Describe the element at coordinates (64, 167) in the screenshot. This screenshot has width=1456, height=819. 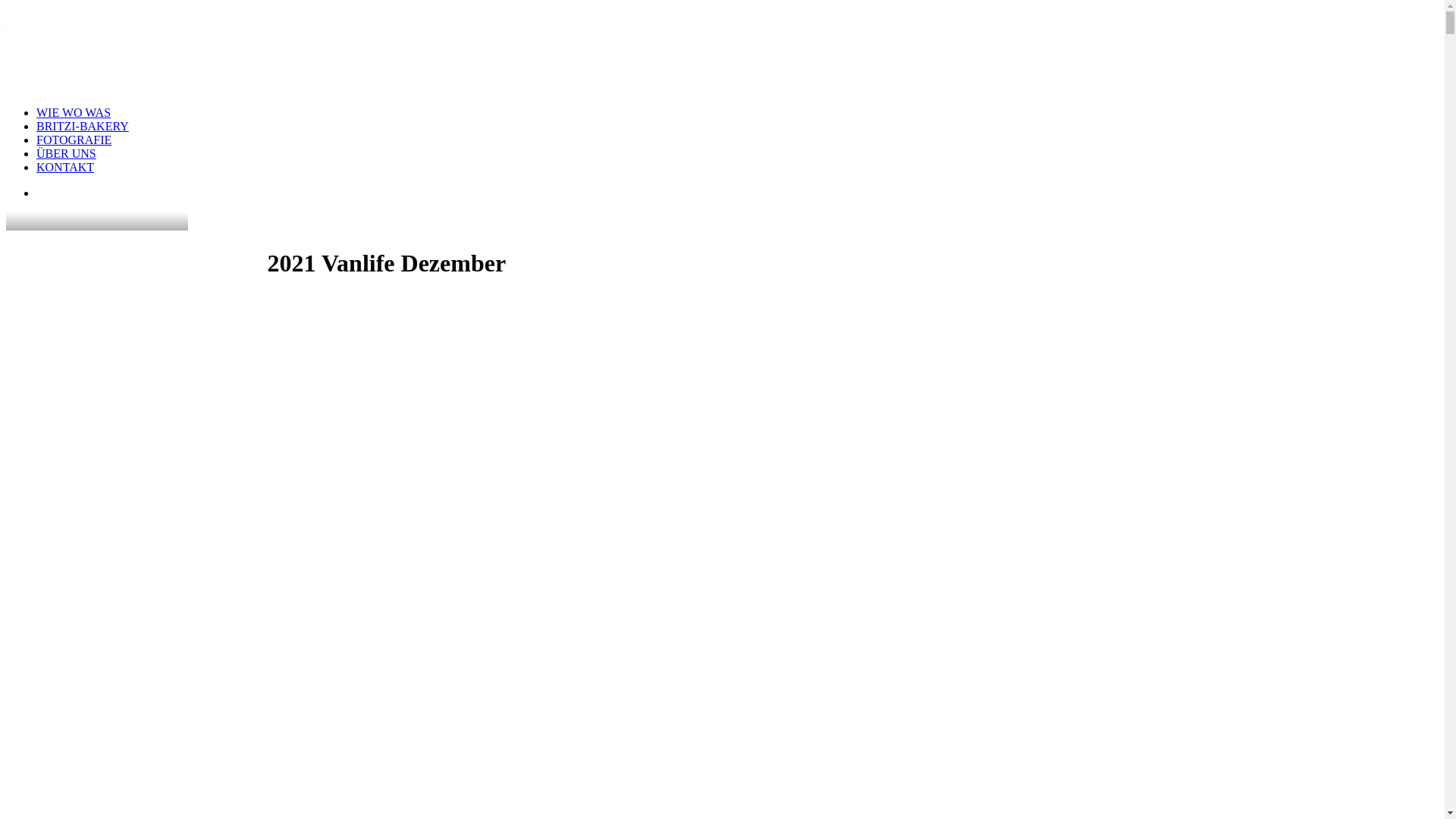
I see `'KONTAKT'` at that location.